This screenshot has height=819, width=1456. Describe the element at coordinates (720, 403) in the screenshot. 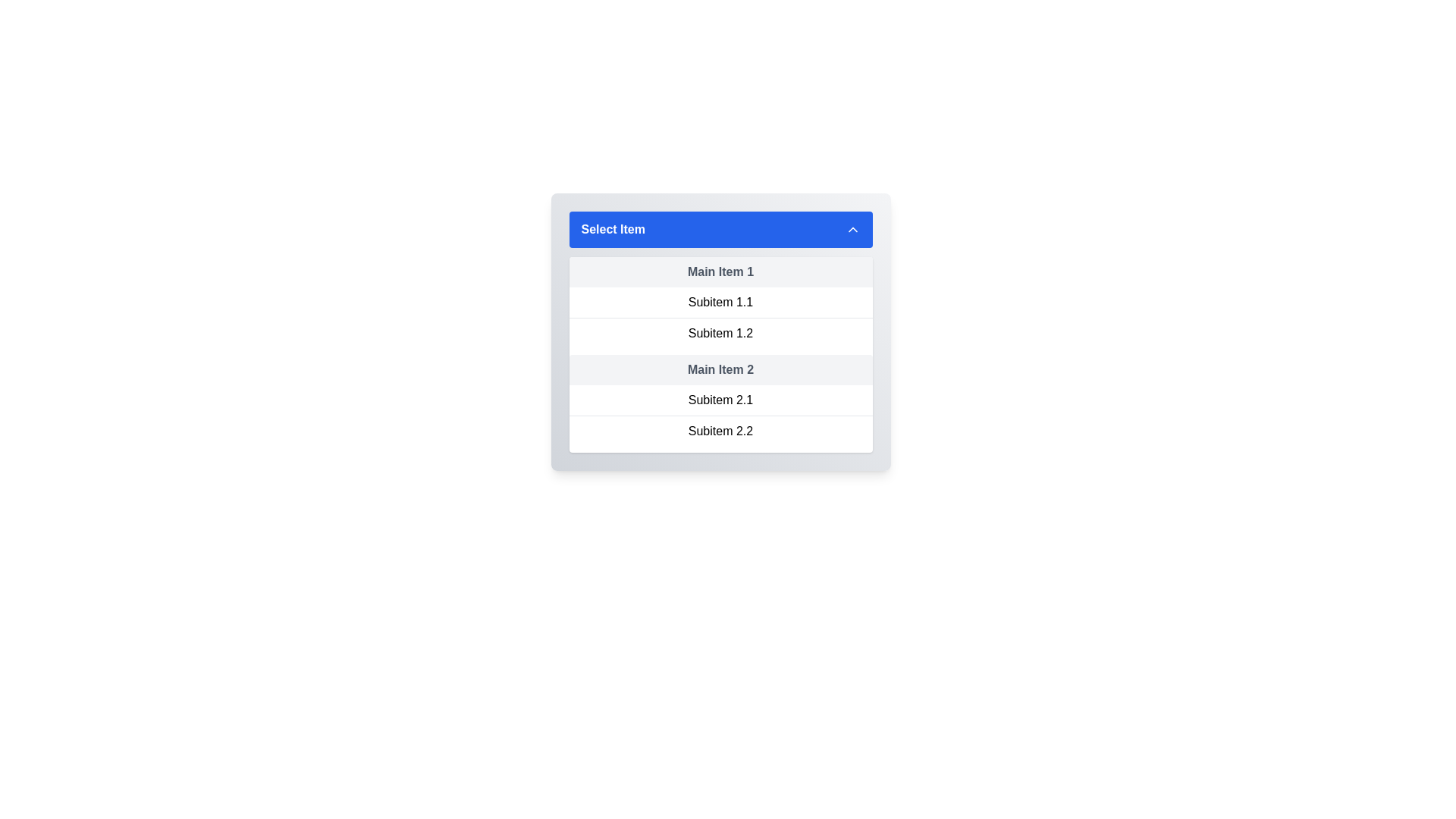

I see `the subitems of the 'Main Item 2' dropdown list` at that location.